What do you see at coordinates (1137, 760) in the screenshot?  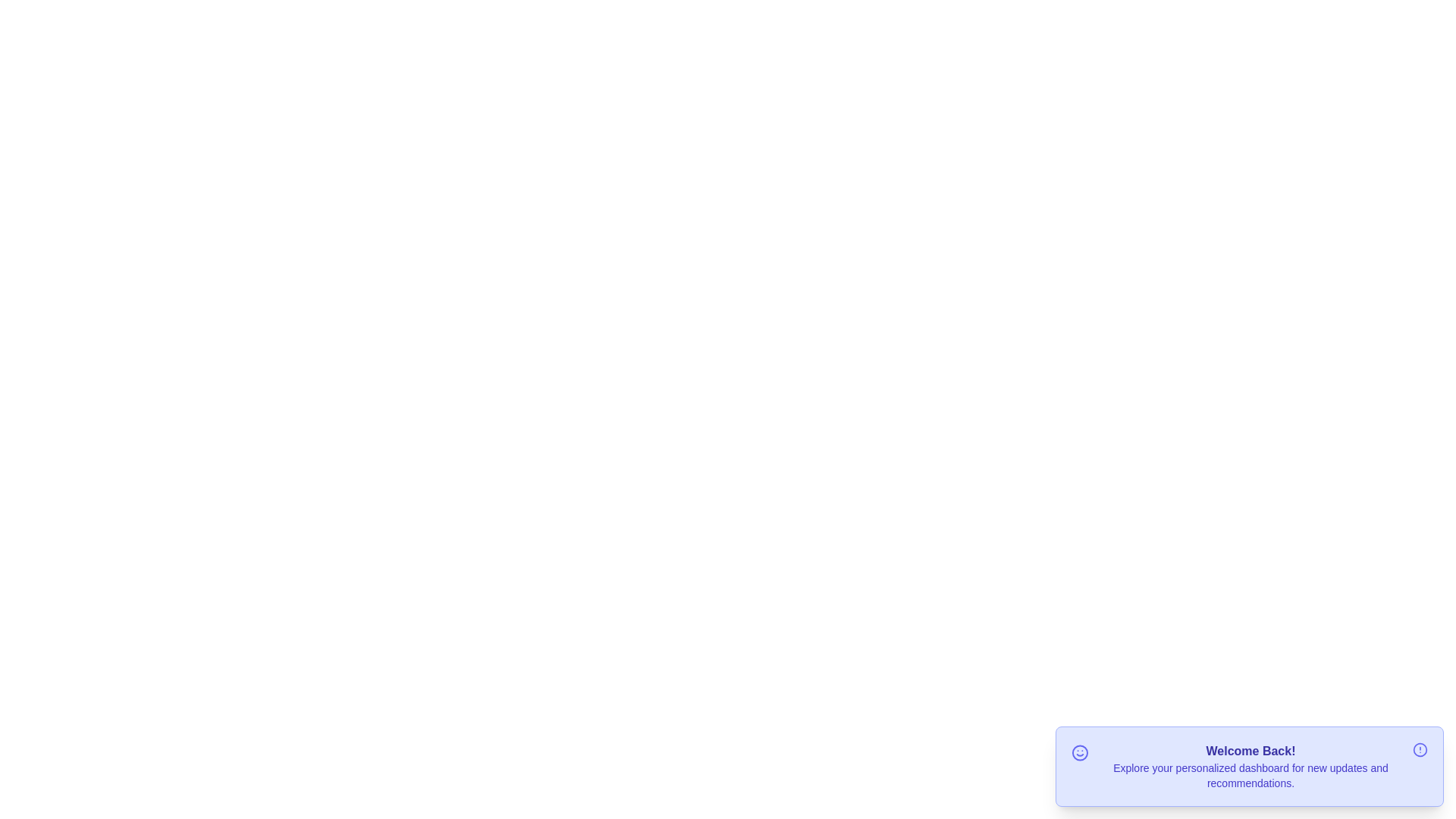 I see `the word 'your' within the notification text` at bounding box center [1137, 760].